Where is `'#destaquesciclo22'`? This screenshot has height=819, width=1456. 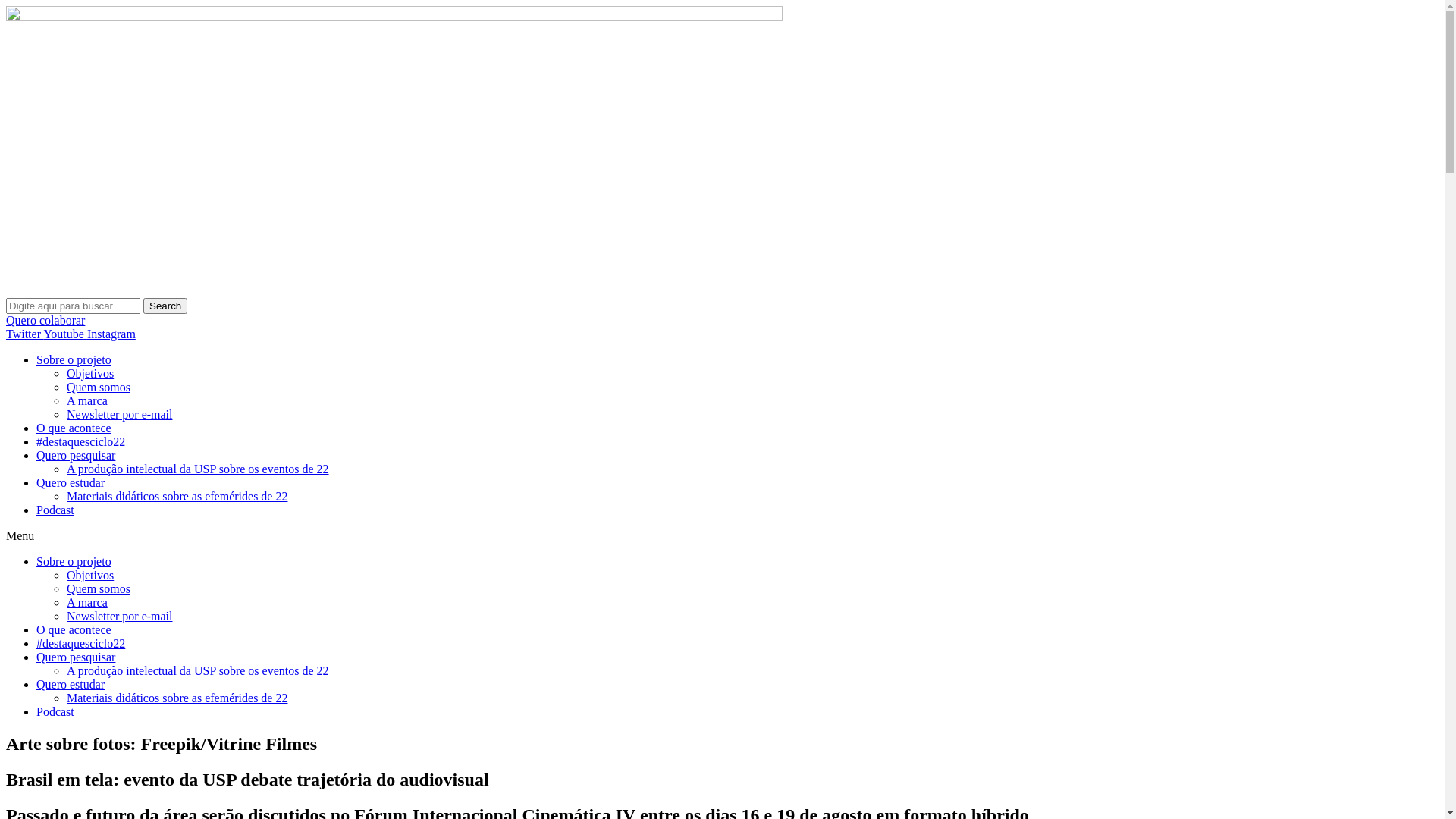 '#destaquesciclo22' is located at coordinates (80, 643).